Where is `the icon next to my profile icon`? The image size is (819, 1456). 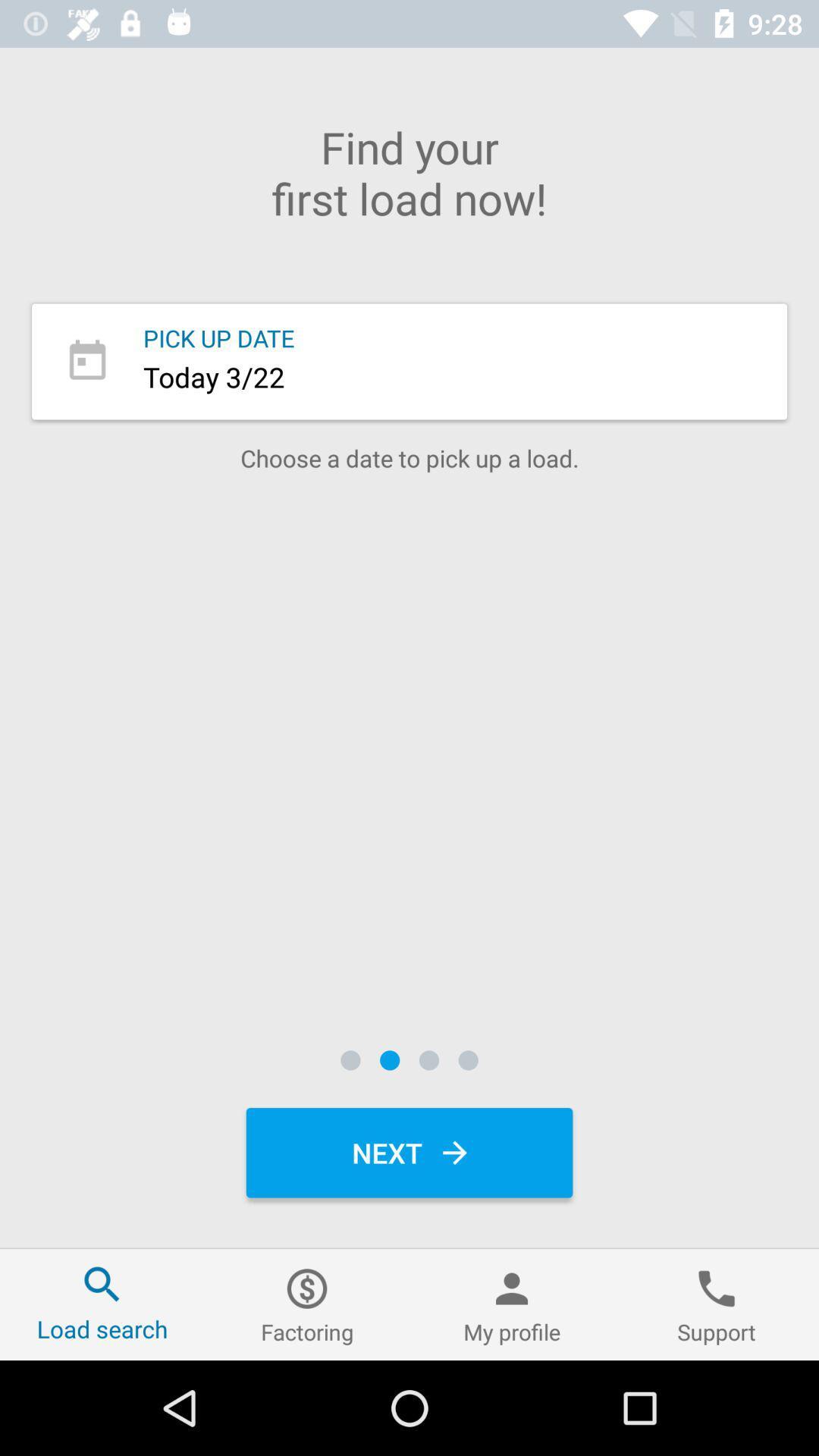
the icon next to my profile icon is located at coordinates (717, 1304).